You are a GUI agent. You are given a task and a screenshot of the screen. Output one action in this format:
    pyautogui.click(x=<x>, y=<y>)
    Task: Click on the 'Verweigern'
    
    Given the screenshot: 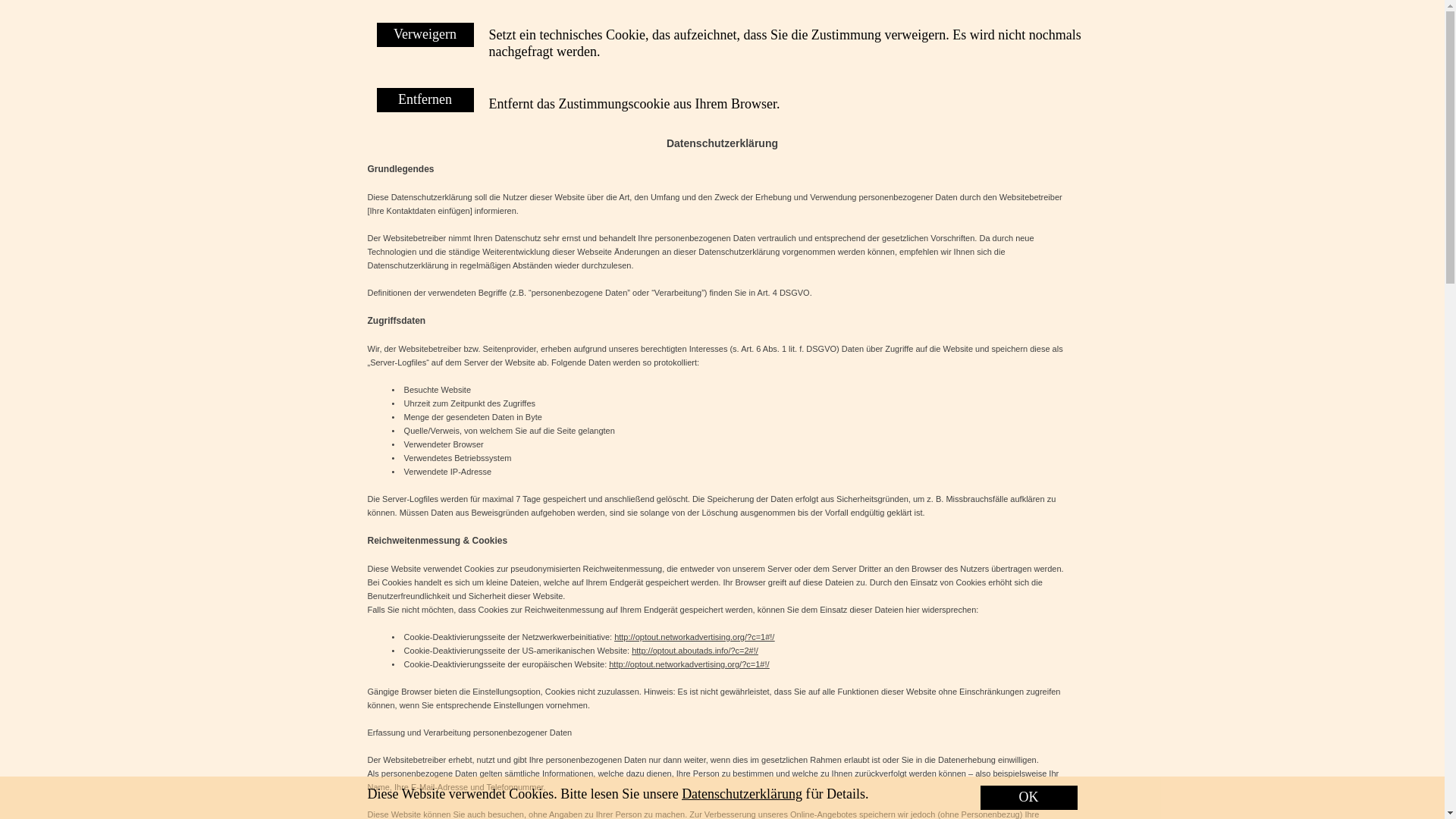 What is the action you would take?
    pyautogui.click(x=425, y=34)
    